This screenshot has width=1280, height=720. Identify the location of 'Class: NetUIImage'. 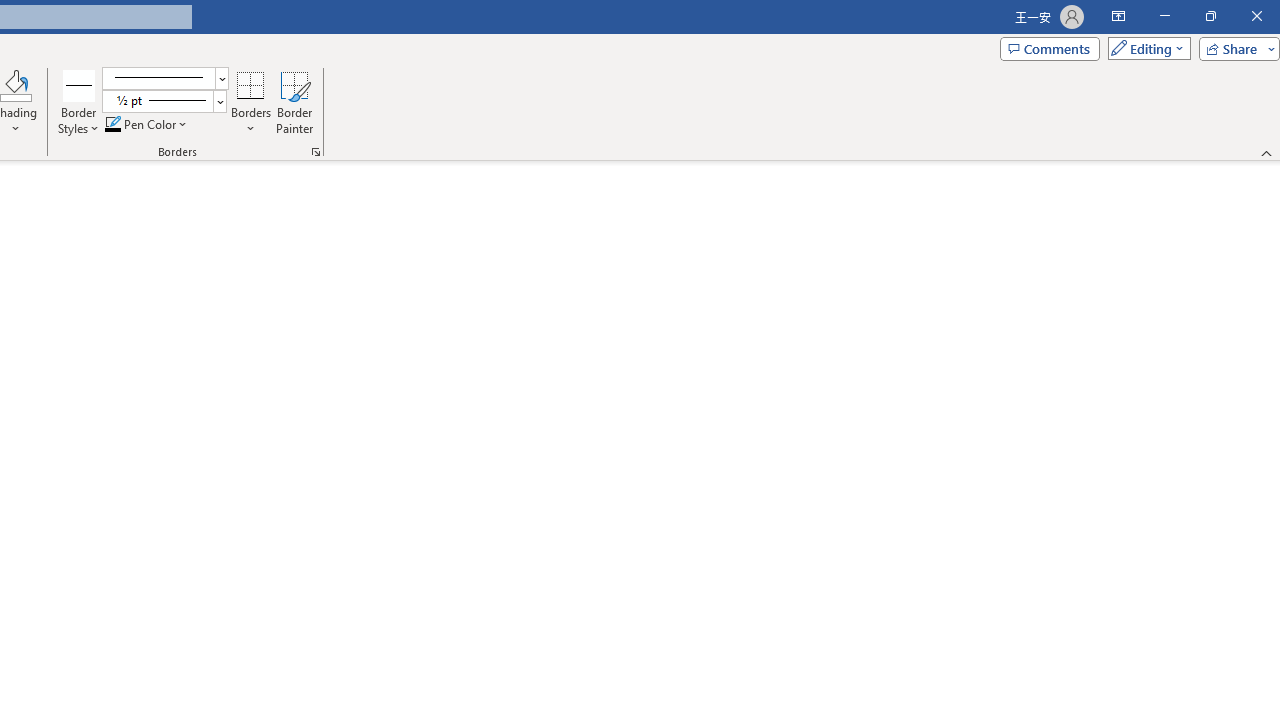
(156, 100).